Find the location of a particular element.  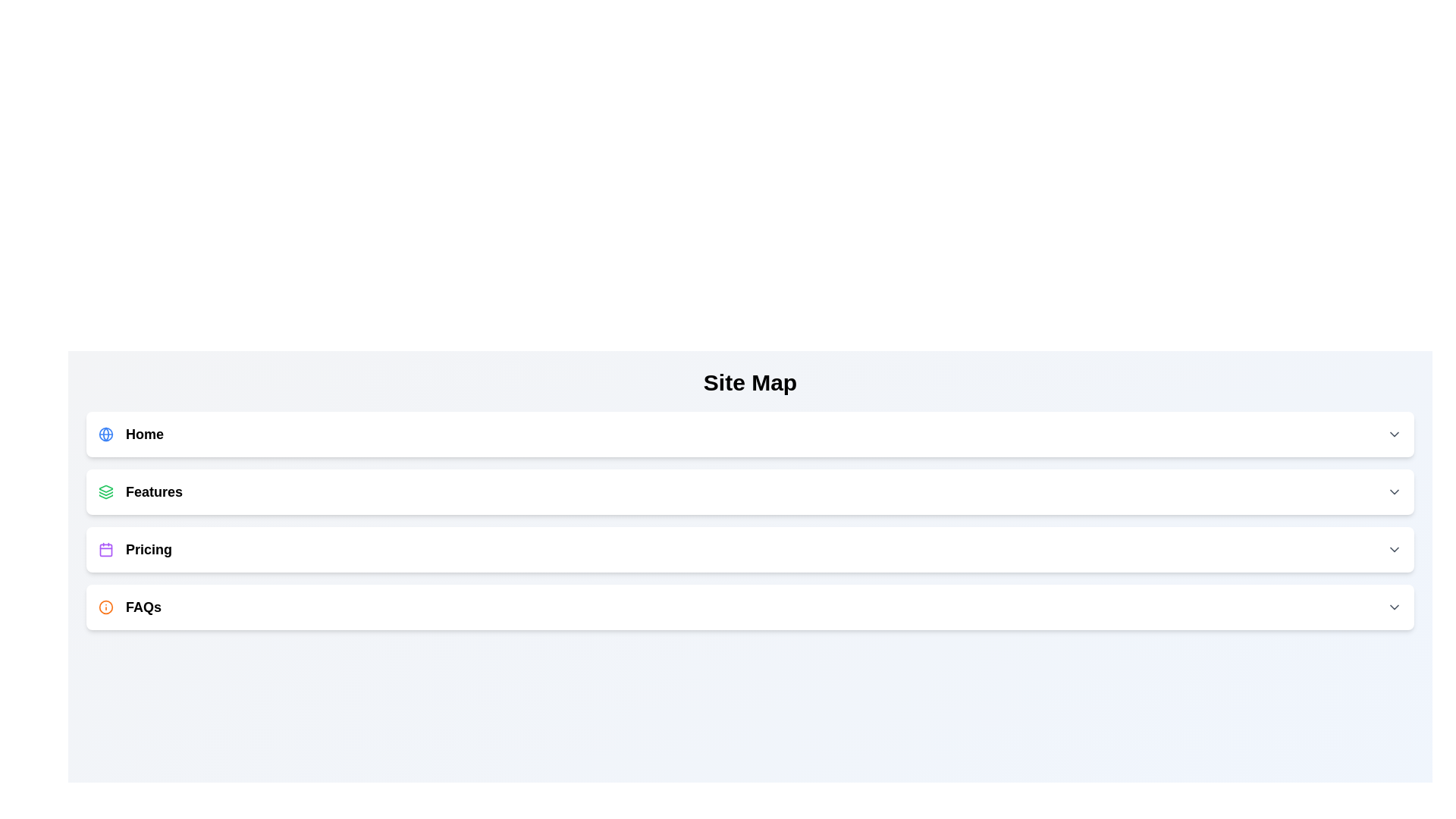

the innermost circular part of the globe icon that enhances the visual representation of the 'Home' menu item is located at coordinates (105, 435).